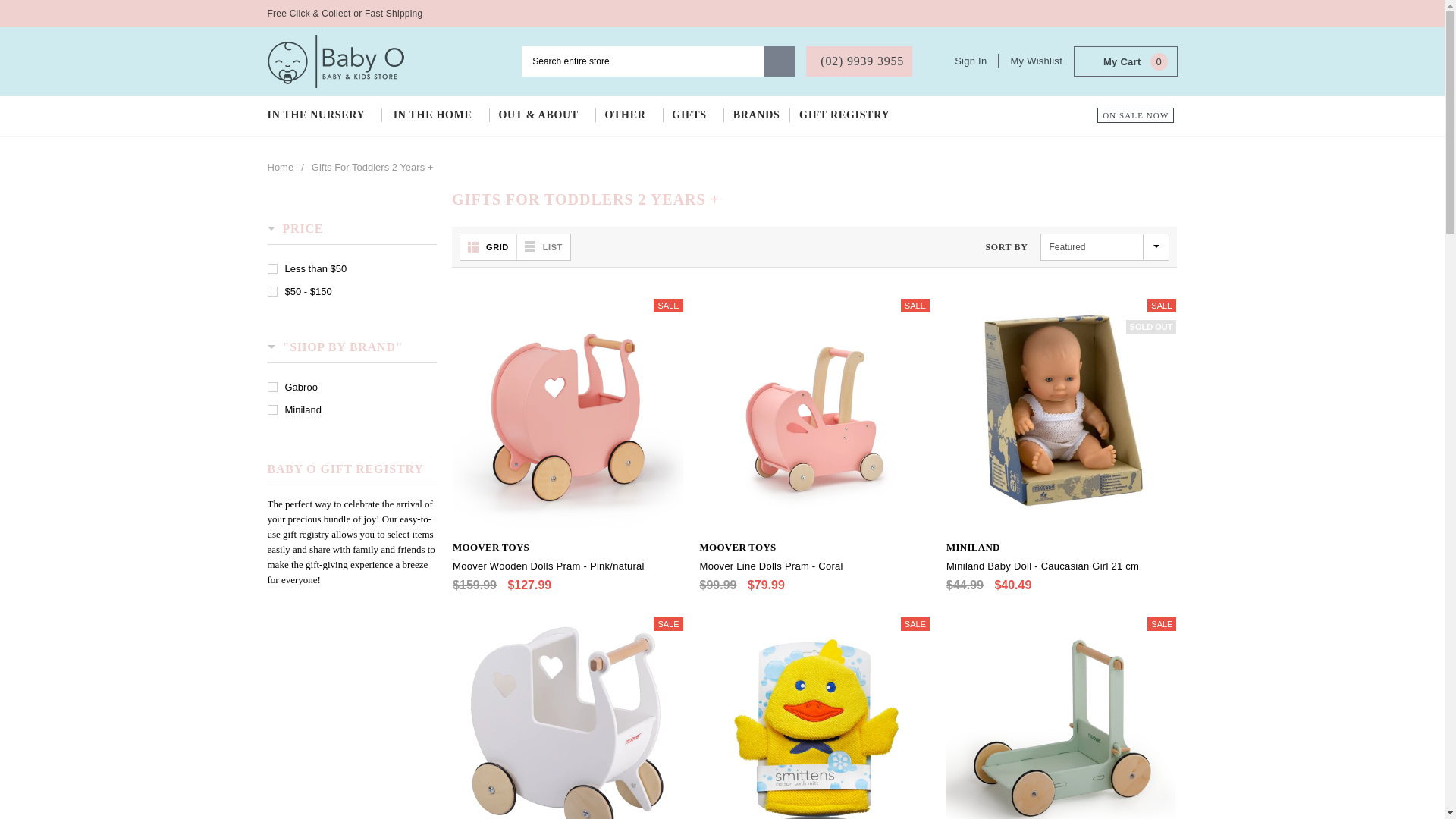  Describe the element at coordinates (280, 167) in the screenshot. I see `'Home'` at that location.